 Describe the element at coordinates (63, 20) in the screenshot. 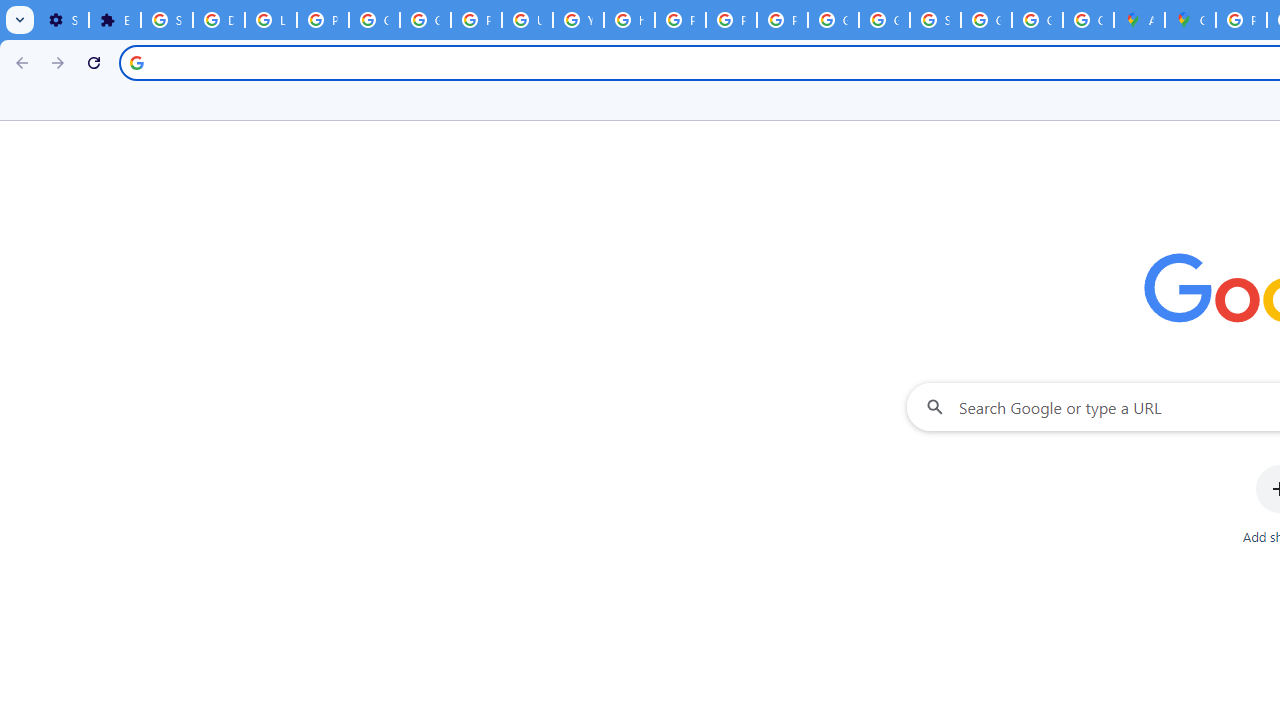

I see `'Settings - On startup'` at that location.